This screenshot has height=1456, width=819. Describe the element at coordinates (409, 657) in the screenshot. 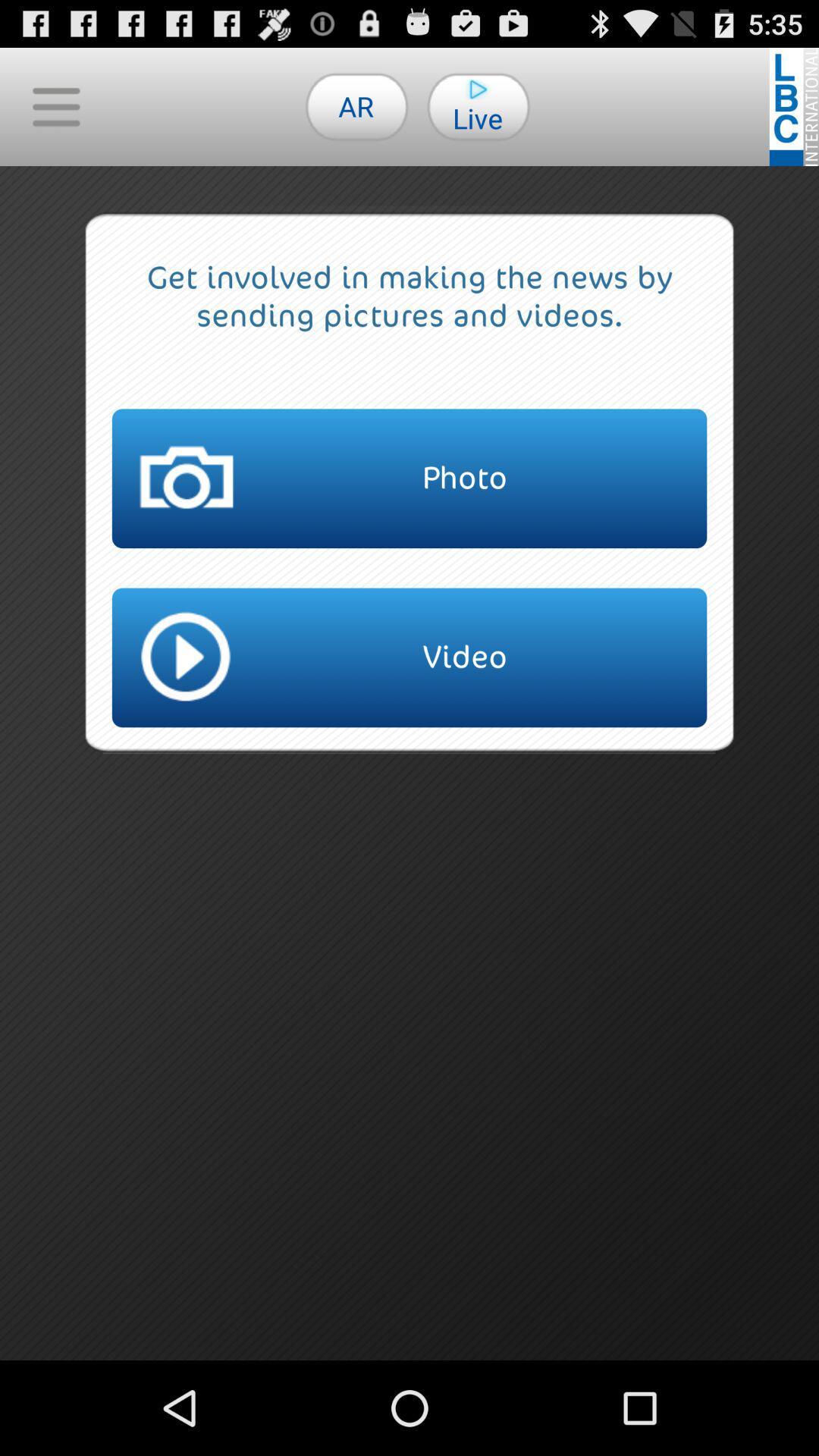

I see `icon below the photo item` at that location.